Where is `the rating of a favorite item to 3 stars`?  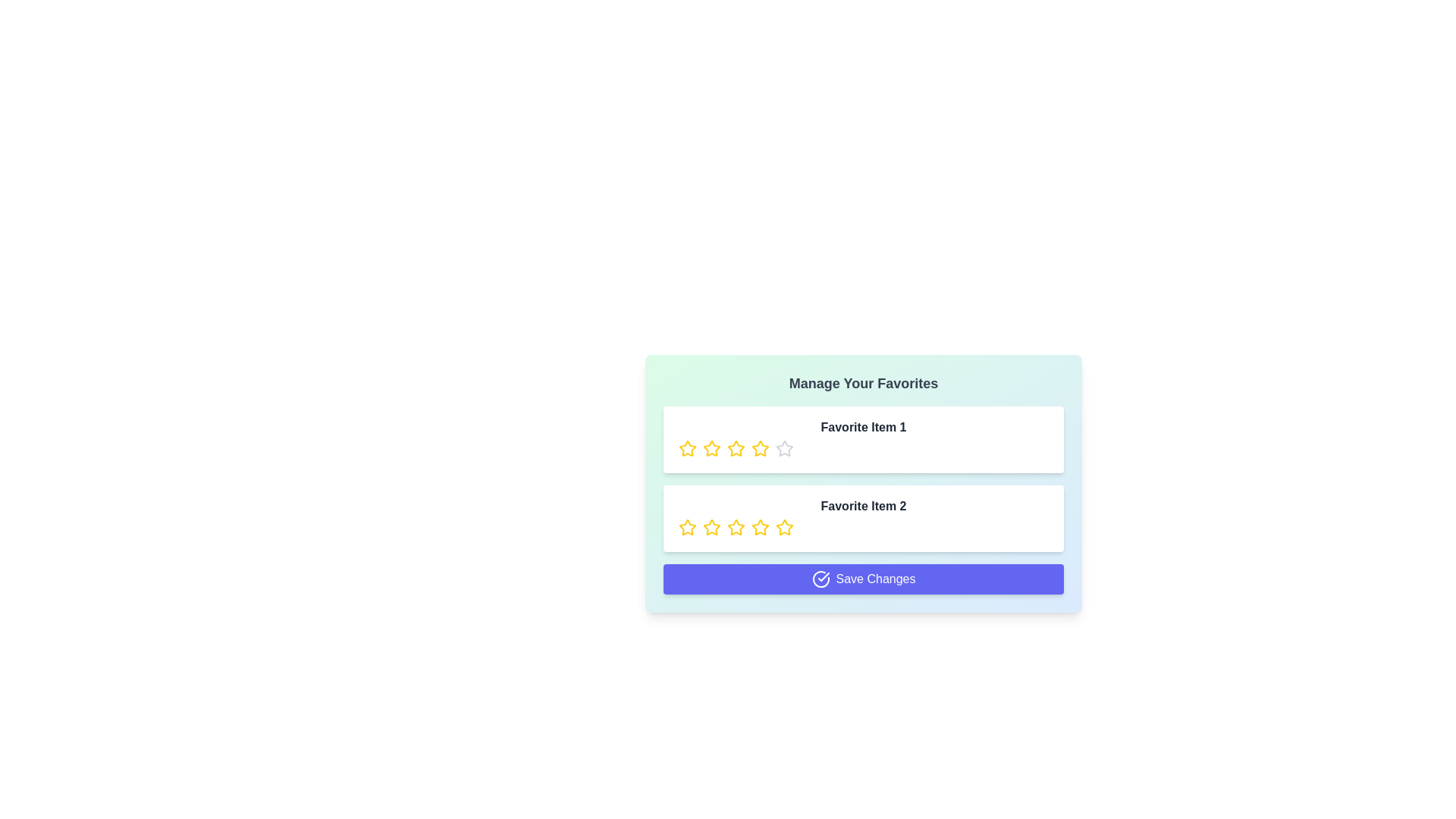 the rating of a favorite item to 3 stars is located at coordinates (736, 447).